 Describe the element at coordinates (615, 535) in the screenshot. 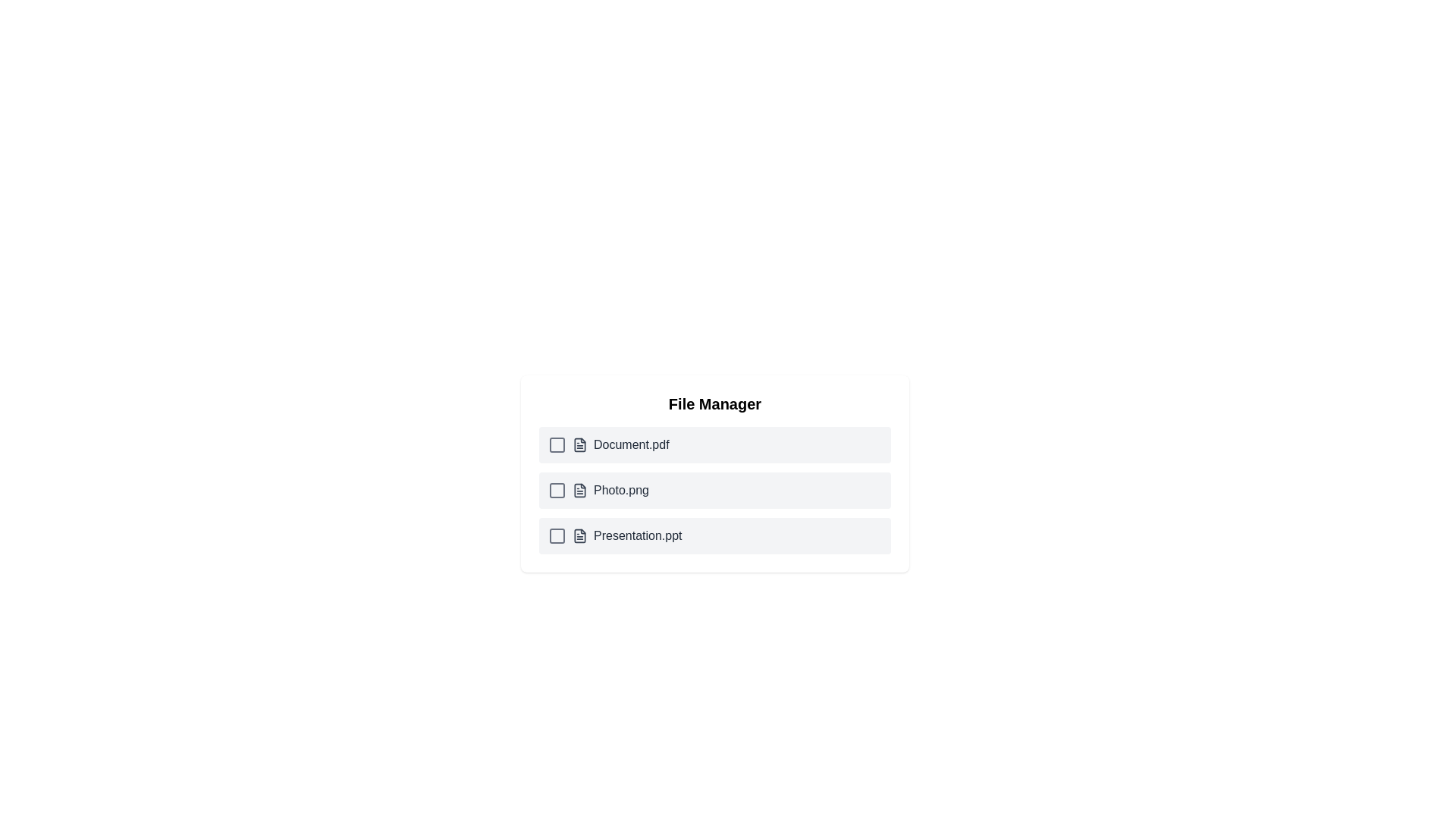

I see `the checkbox next to the file named 'Presentation.ppt'` at that location.